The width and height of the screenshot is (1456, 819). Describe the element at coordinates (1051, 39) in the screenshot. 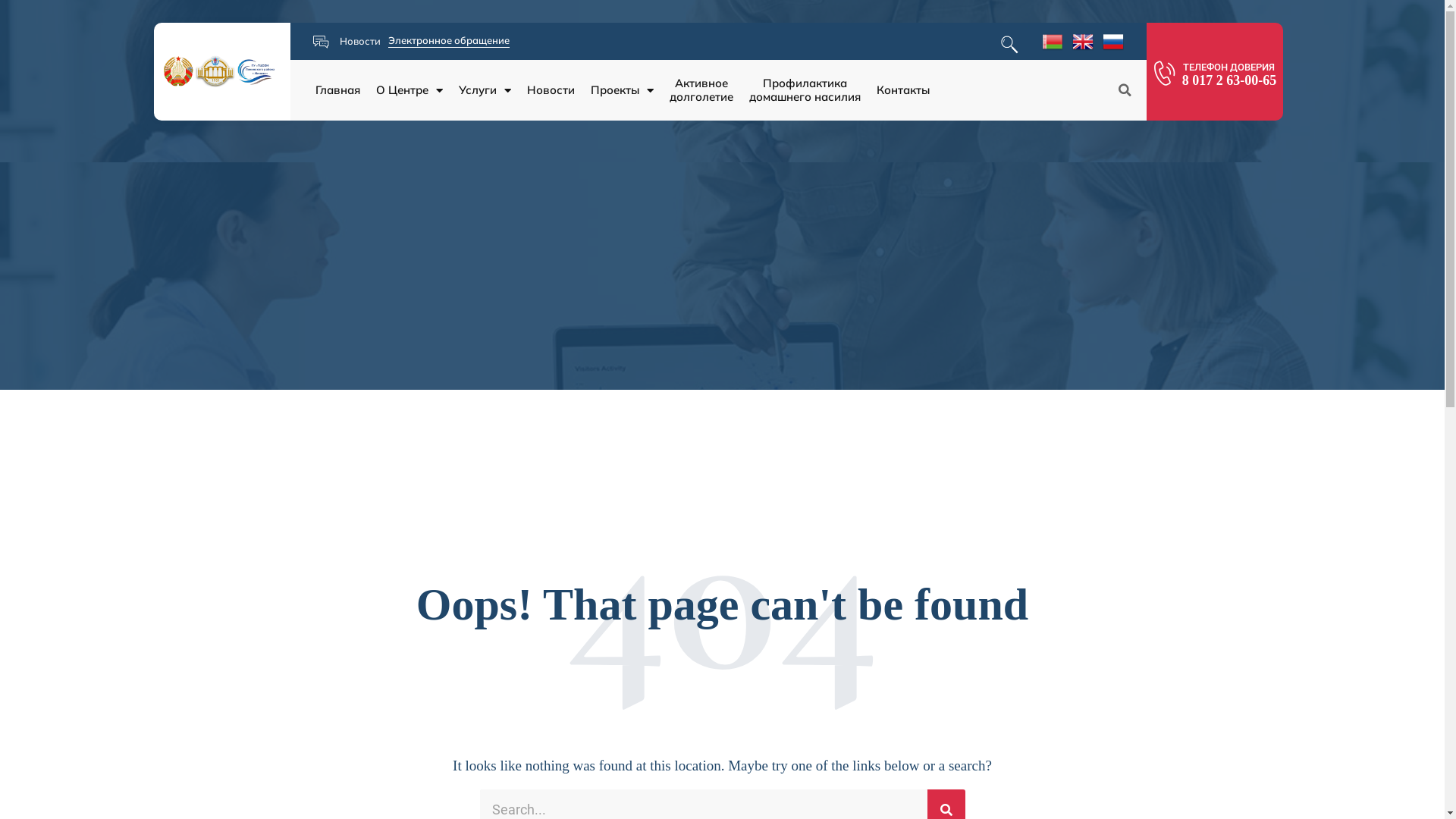

I see `'Belarusian'` at that location.